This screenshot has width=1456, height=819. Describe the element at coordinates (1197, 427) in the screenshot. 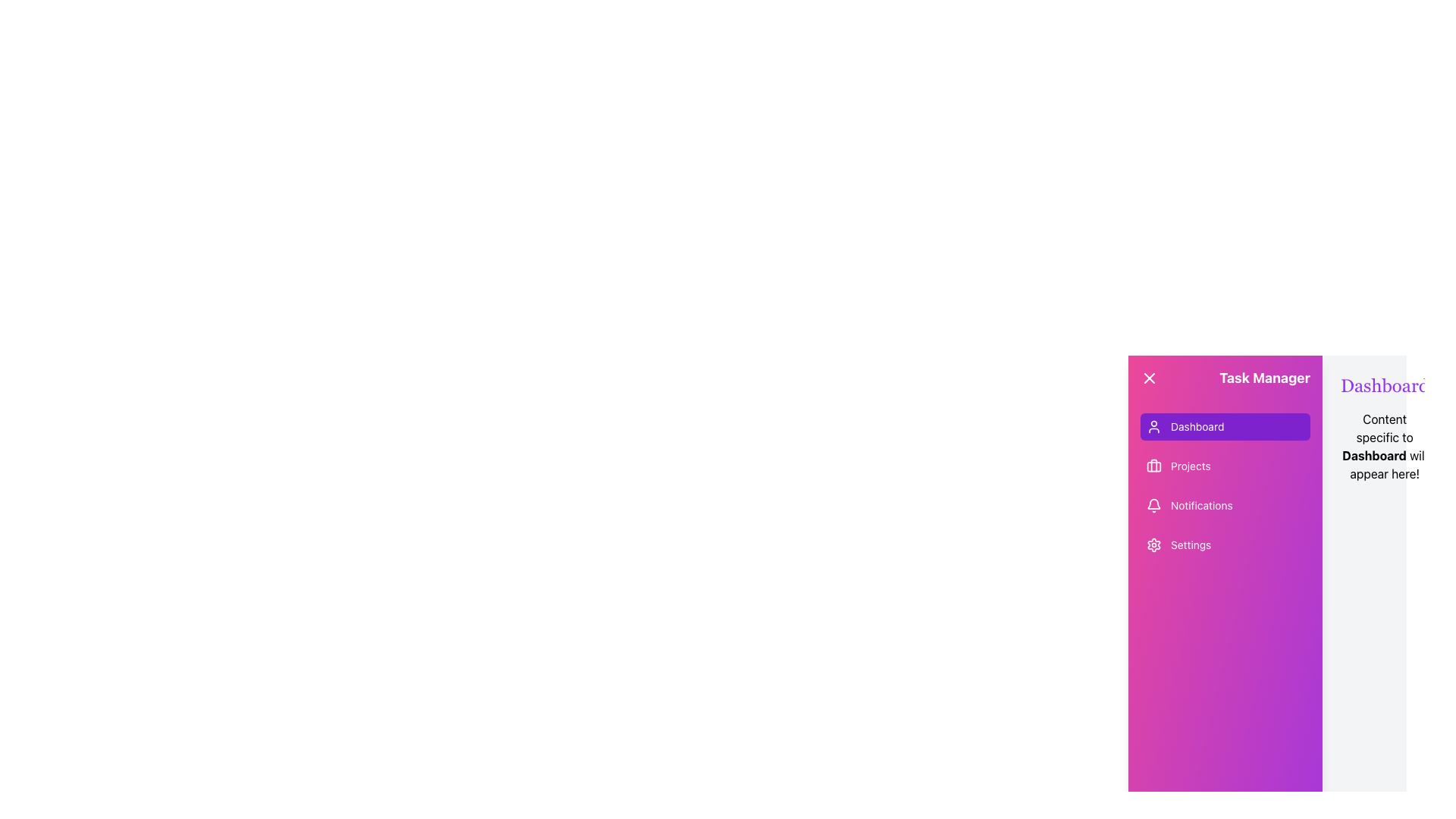

I see `the 'Dashboard' menu item in the left sidebar` at that location.